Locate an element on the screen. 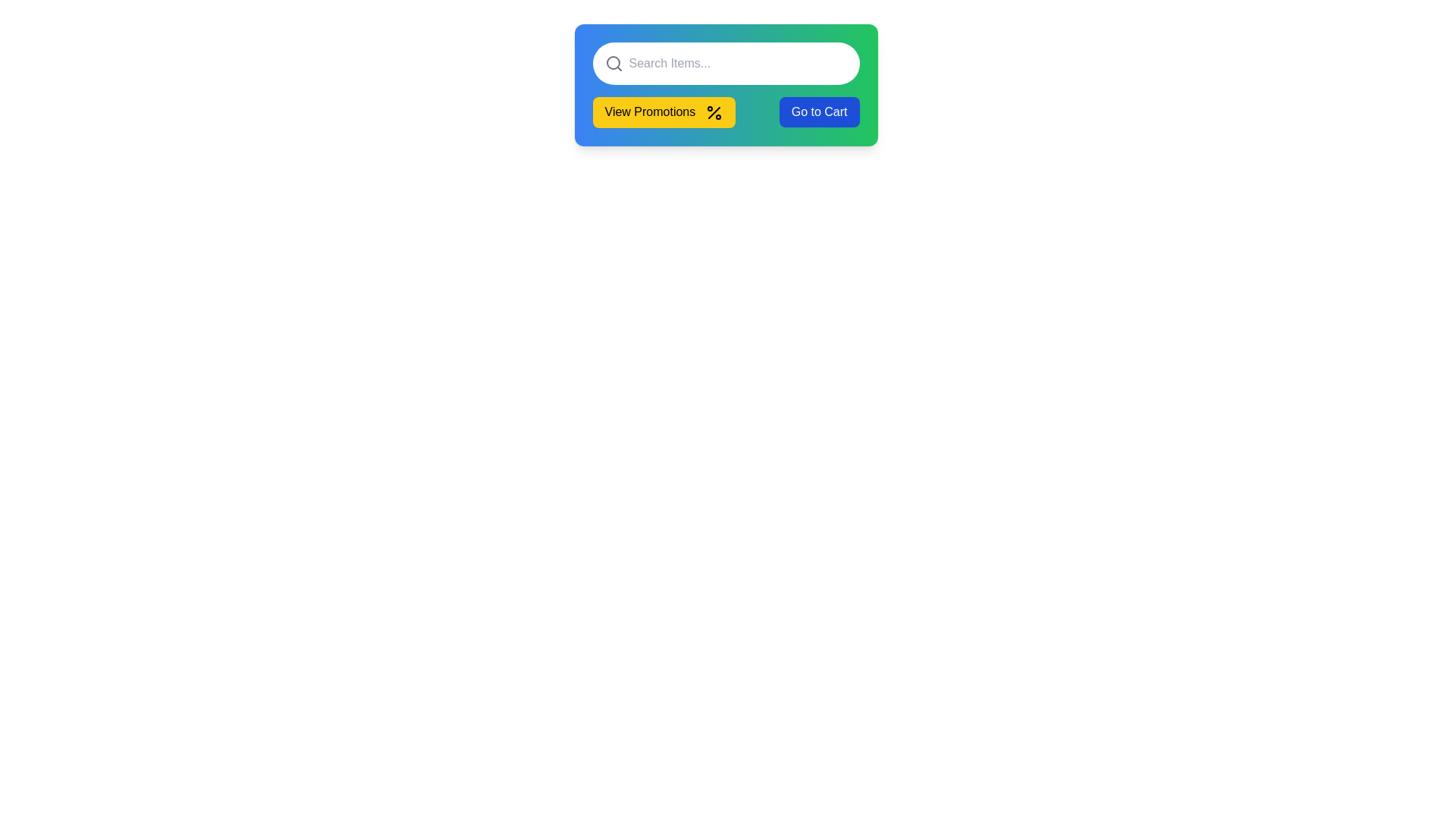 This screenshot has height=819, width=1456. the medium-sized dark blue button labeled 'Go to Cart' is located at coordinates (818, 111).